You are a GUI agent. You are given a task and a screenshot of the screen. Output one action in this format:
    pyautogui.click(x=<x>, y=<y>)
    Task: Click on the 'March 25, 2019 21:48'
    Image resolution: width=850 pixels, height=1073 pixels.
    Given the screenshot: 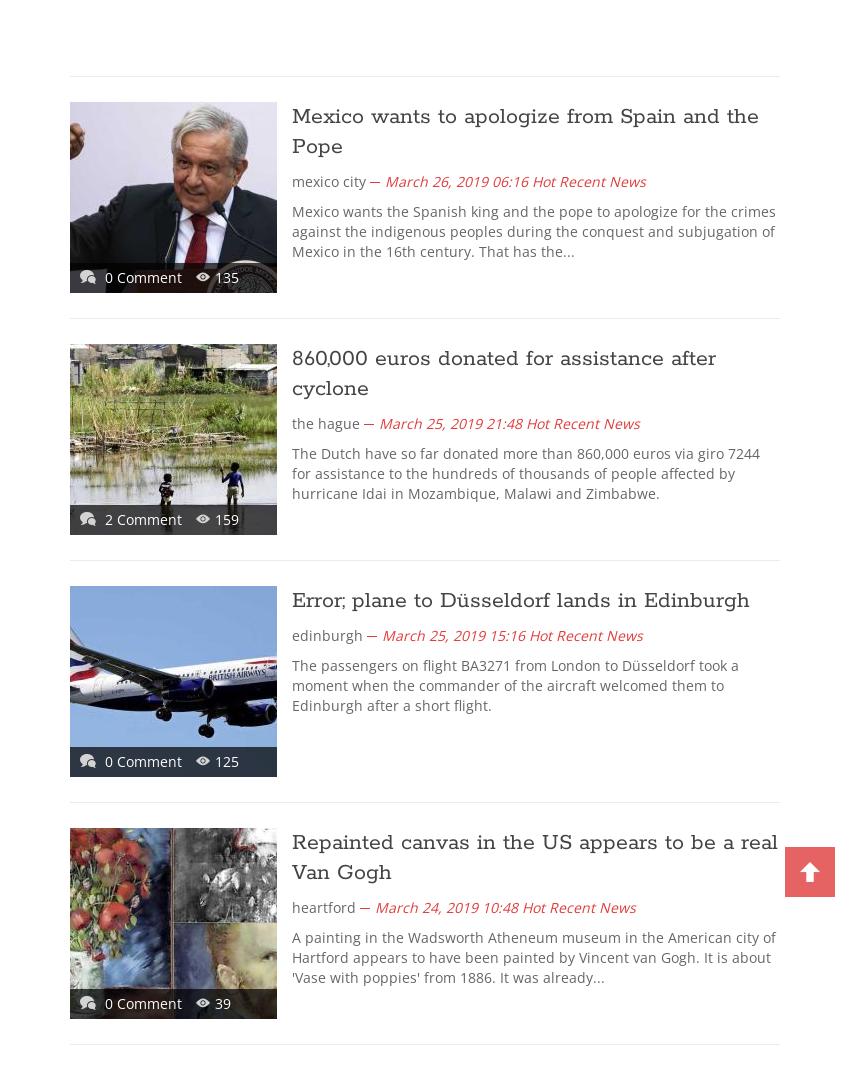 What is the action you would take?
    pyautogui.click(x=449, y=423)
    